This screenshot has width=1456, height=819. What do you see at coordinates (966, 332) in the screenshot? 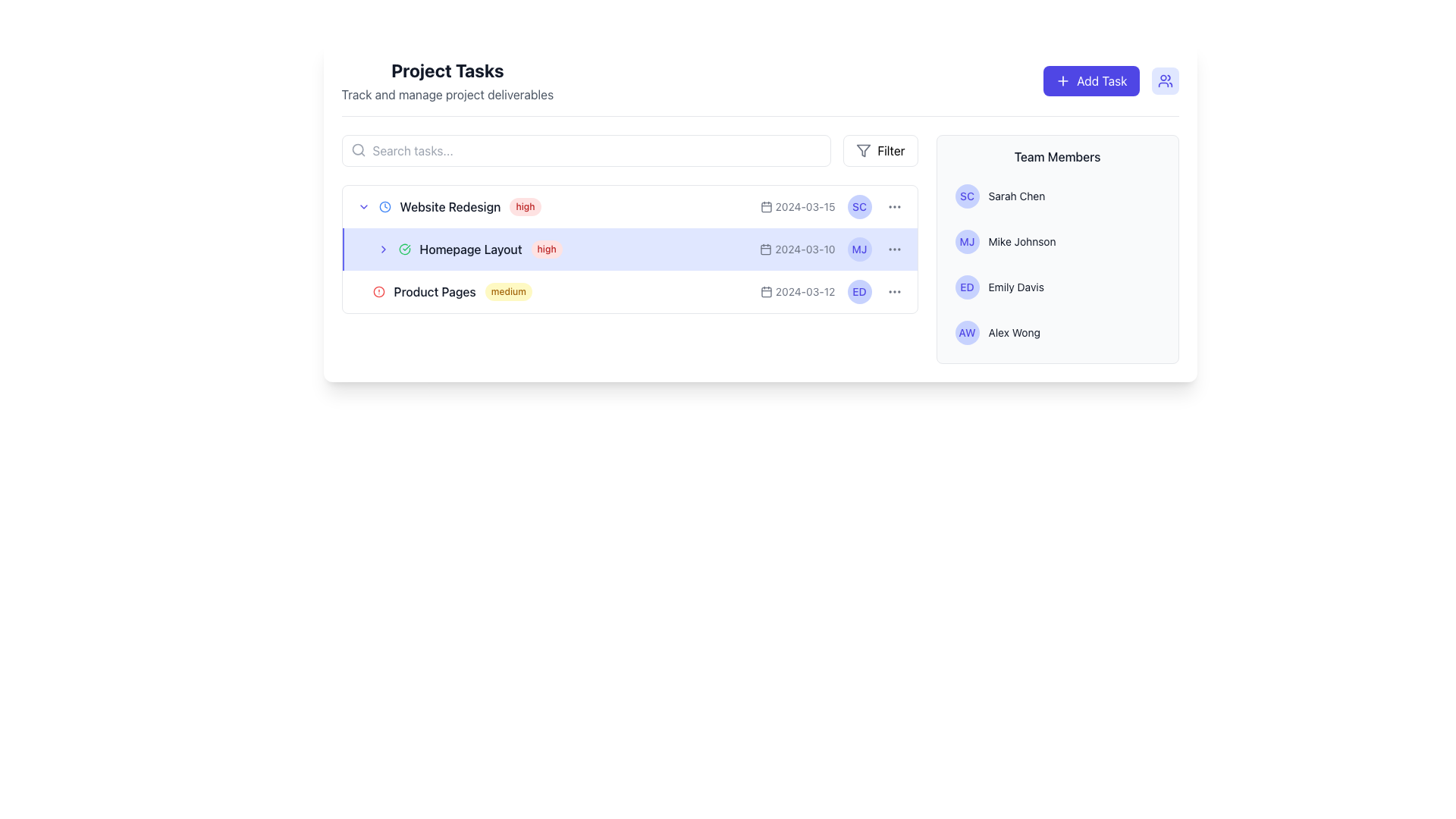
I see `the small circular avatar icon with a light indigo background and dark indigo text 'AW', located in the 'Team Members' section, at the far right of the layout, just before the text 'Alex Wong'` at bounding box center [966, 332].